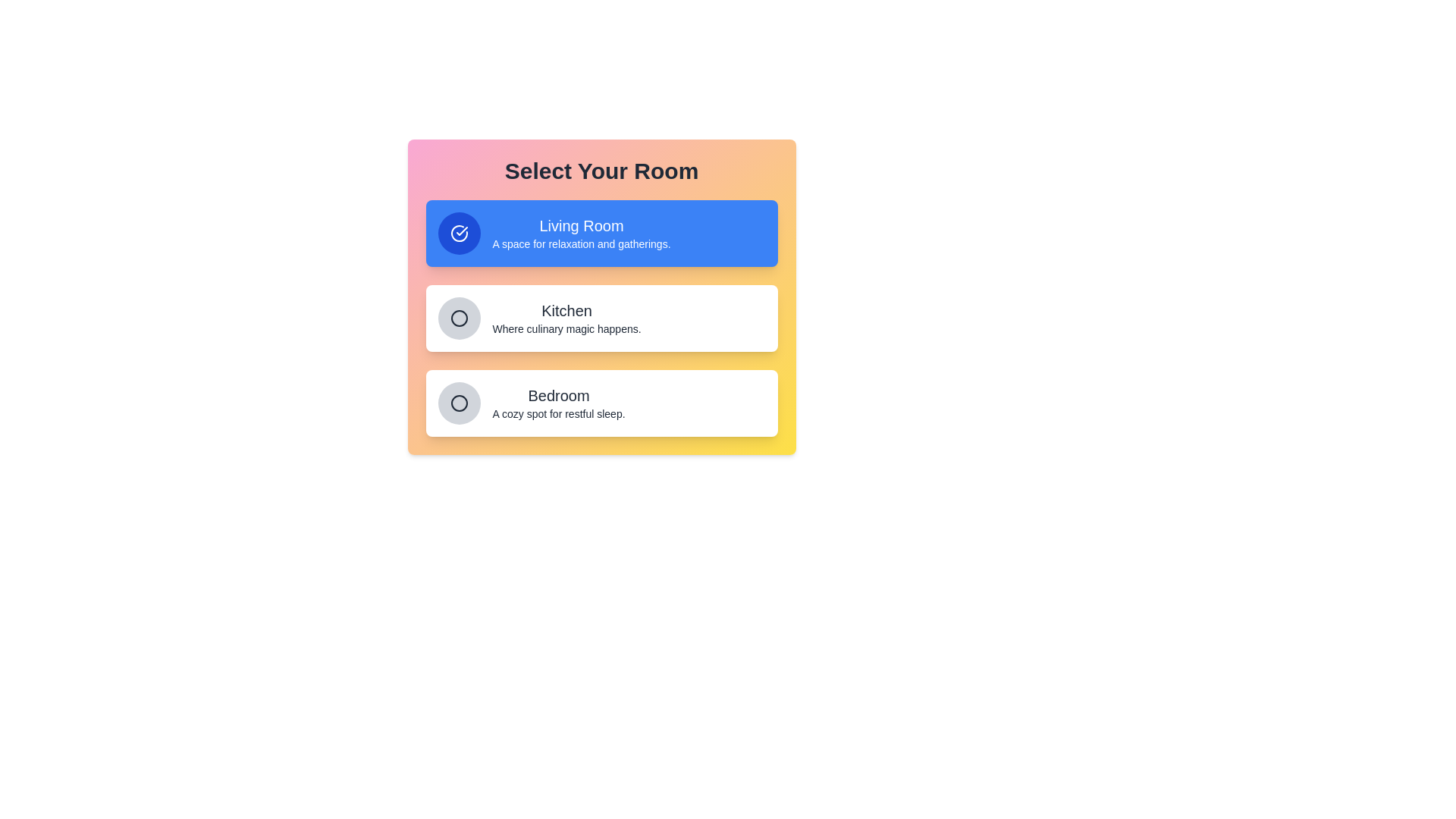 The image size is (1456, 819). What do you see at coordinates (581, 234) in the screenshot?
I see `the Informational Text Block that provides the label and description for the 'Living Room' selection in the list of room options, located beneath the heading 'Select Your Room.'` at bounding box center [581, 234].